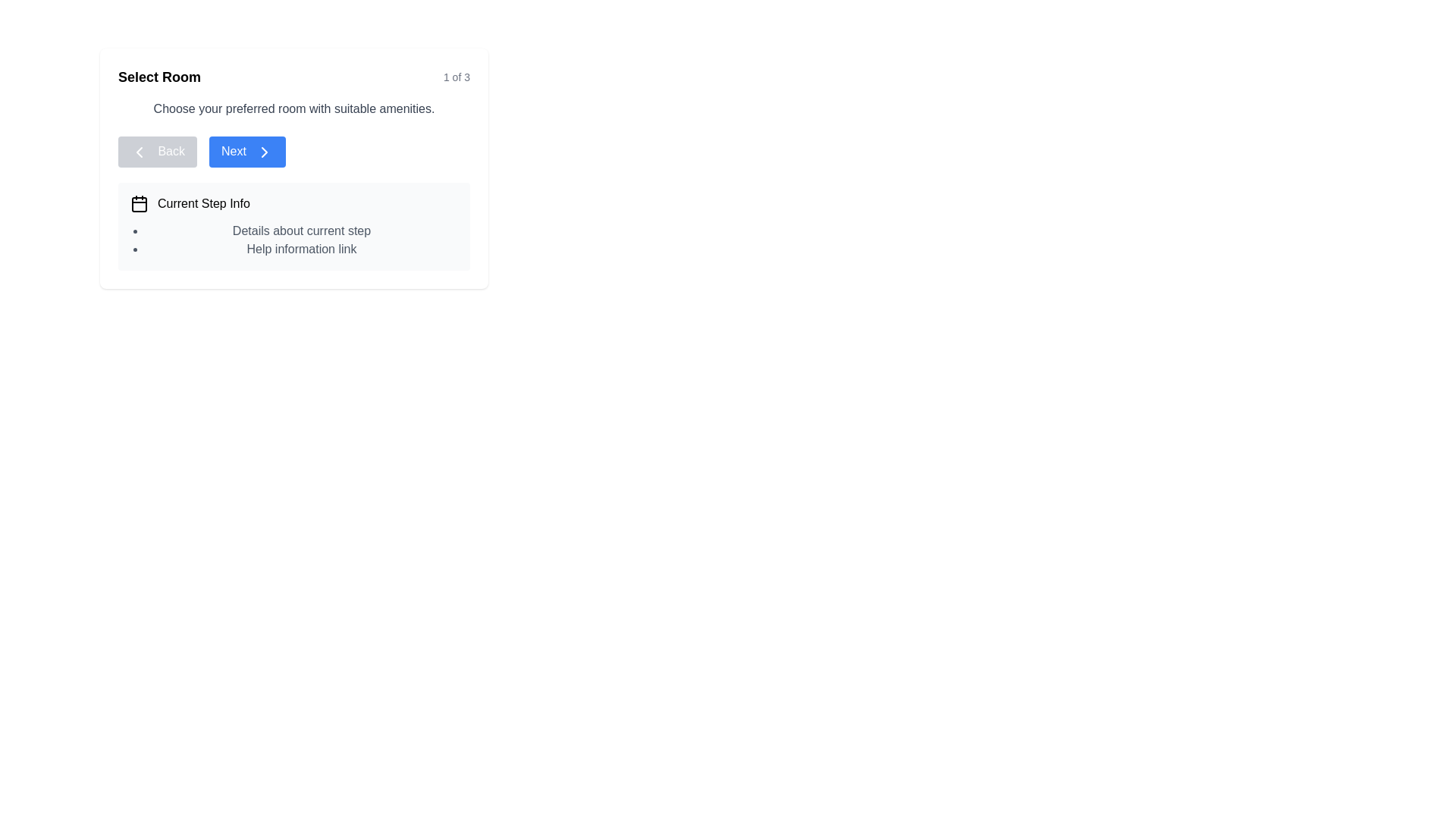 Image resolution: width=1456 pixels, height=819 pixels. I want to click on the rightward-facing arrow icon outlined in white on the blue 'Next' button to observe the hover effects, so click(265, 152).